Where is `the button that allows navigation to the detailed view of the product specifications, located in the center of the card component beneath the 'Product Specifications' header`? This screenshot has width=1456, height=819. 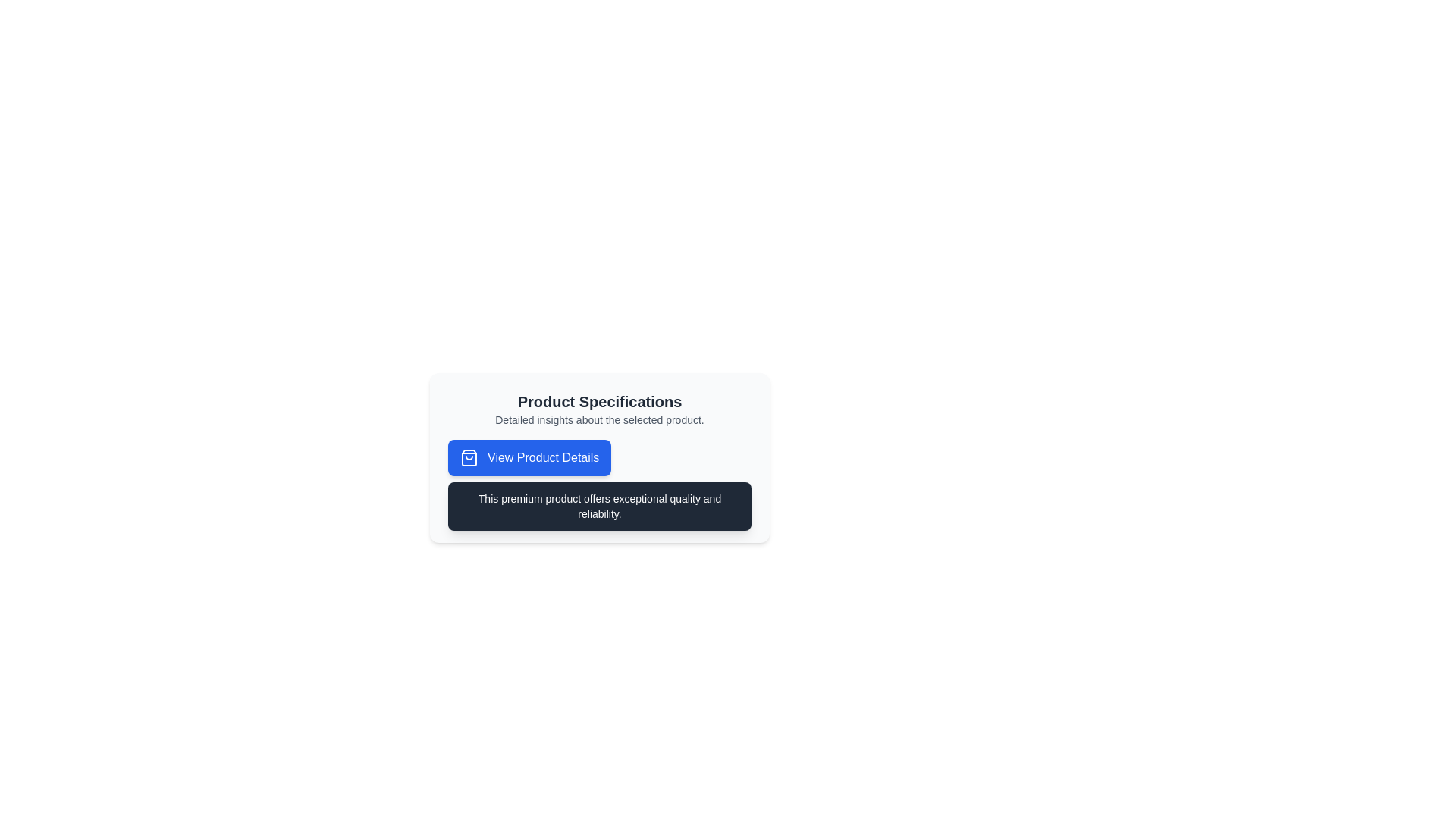 the button that allows navigation to the detailed view of the product specifications, located in the center of the card component beneath the 'Product Specifications' header is located at coordinates (599, 457).